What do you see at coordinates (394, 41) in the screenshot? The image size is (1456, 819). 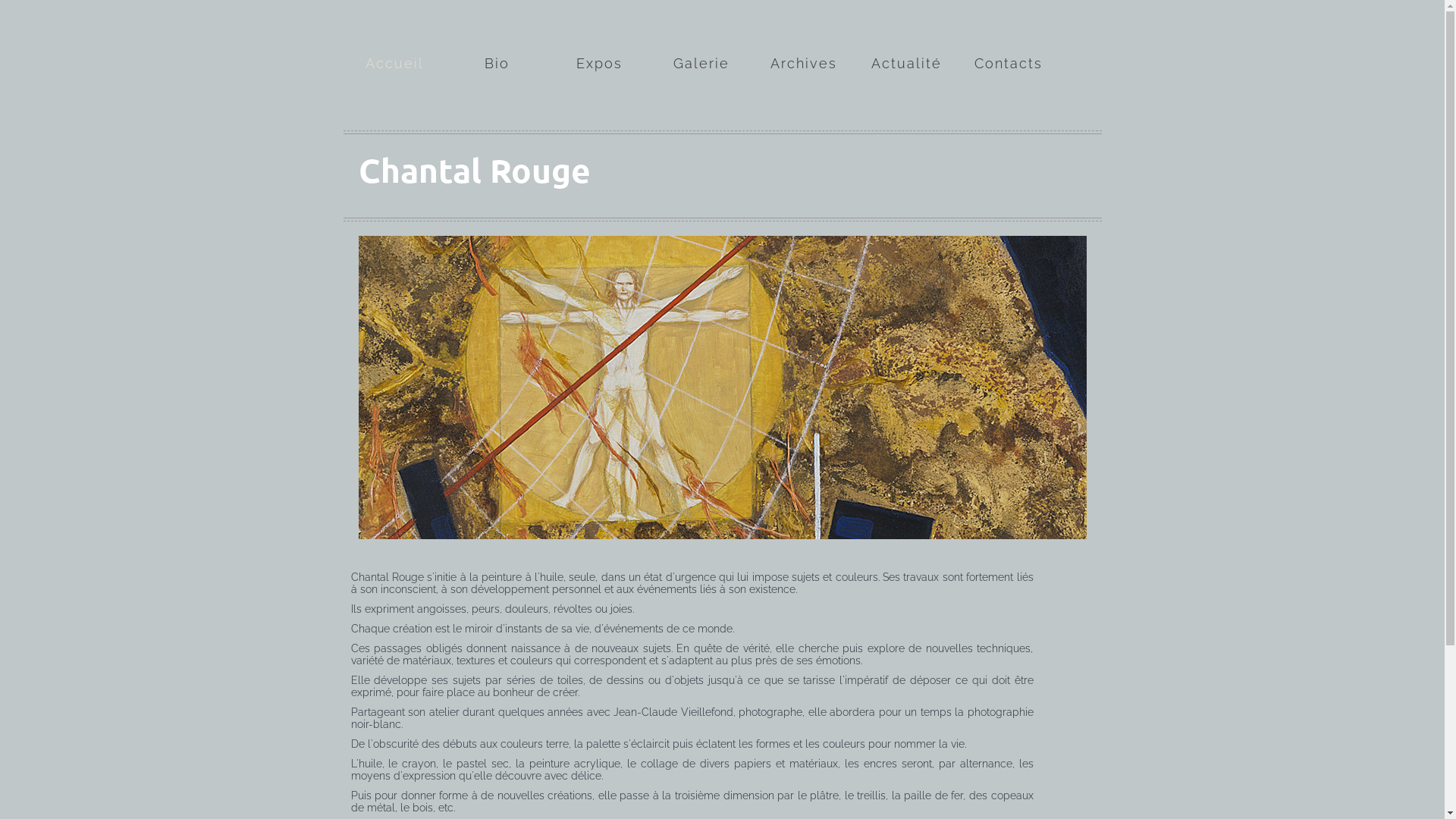 I see `'Accueil'` at bounding box center [394, 41].